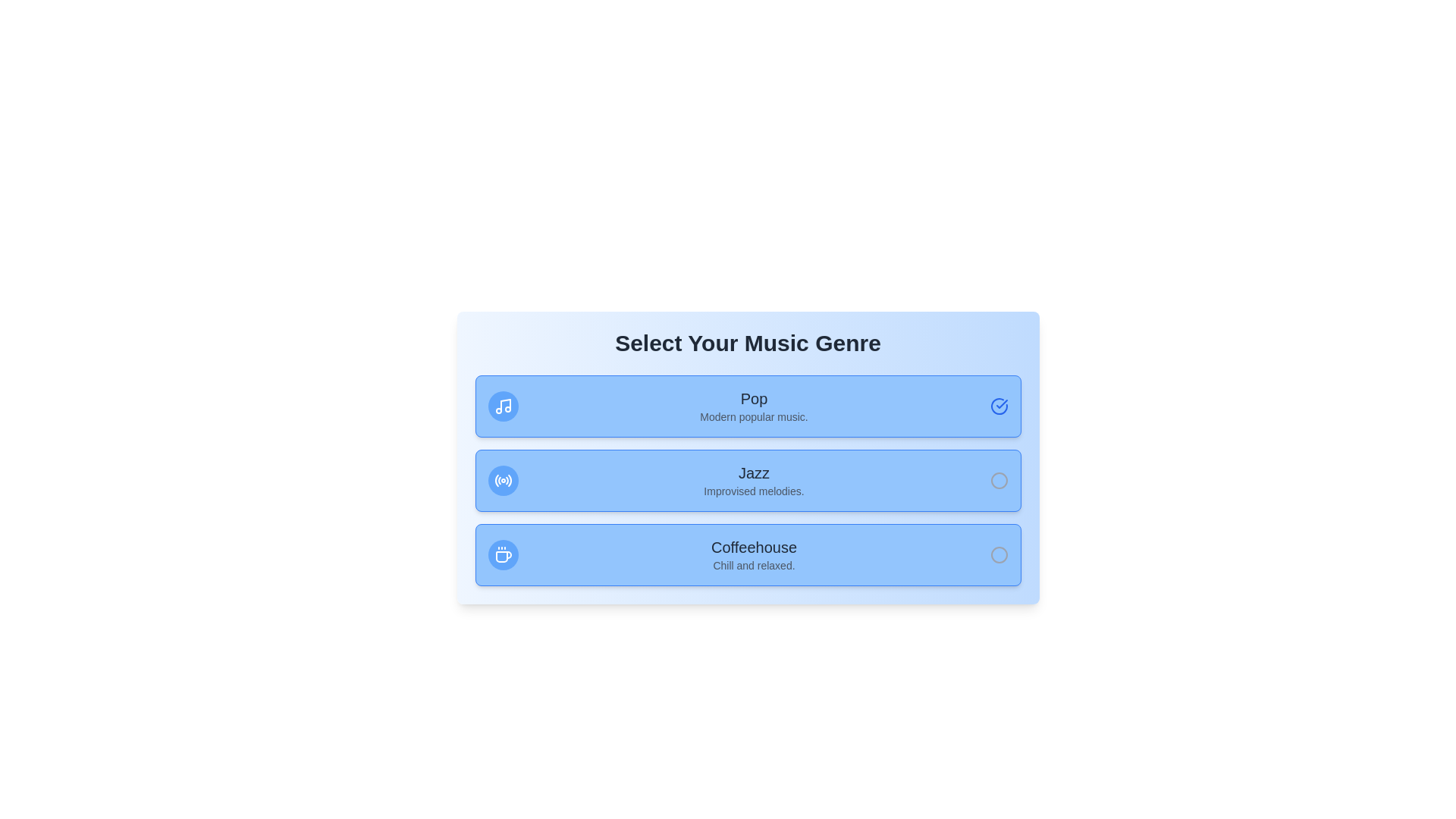  What do you see at coordinates (748, 457) in the screenshot?
I see `descriptive text associated with the Jazz music genre option in the selectable list, which is the second option under 'Select Your Music Genre'` at bounding box center [748, 457].